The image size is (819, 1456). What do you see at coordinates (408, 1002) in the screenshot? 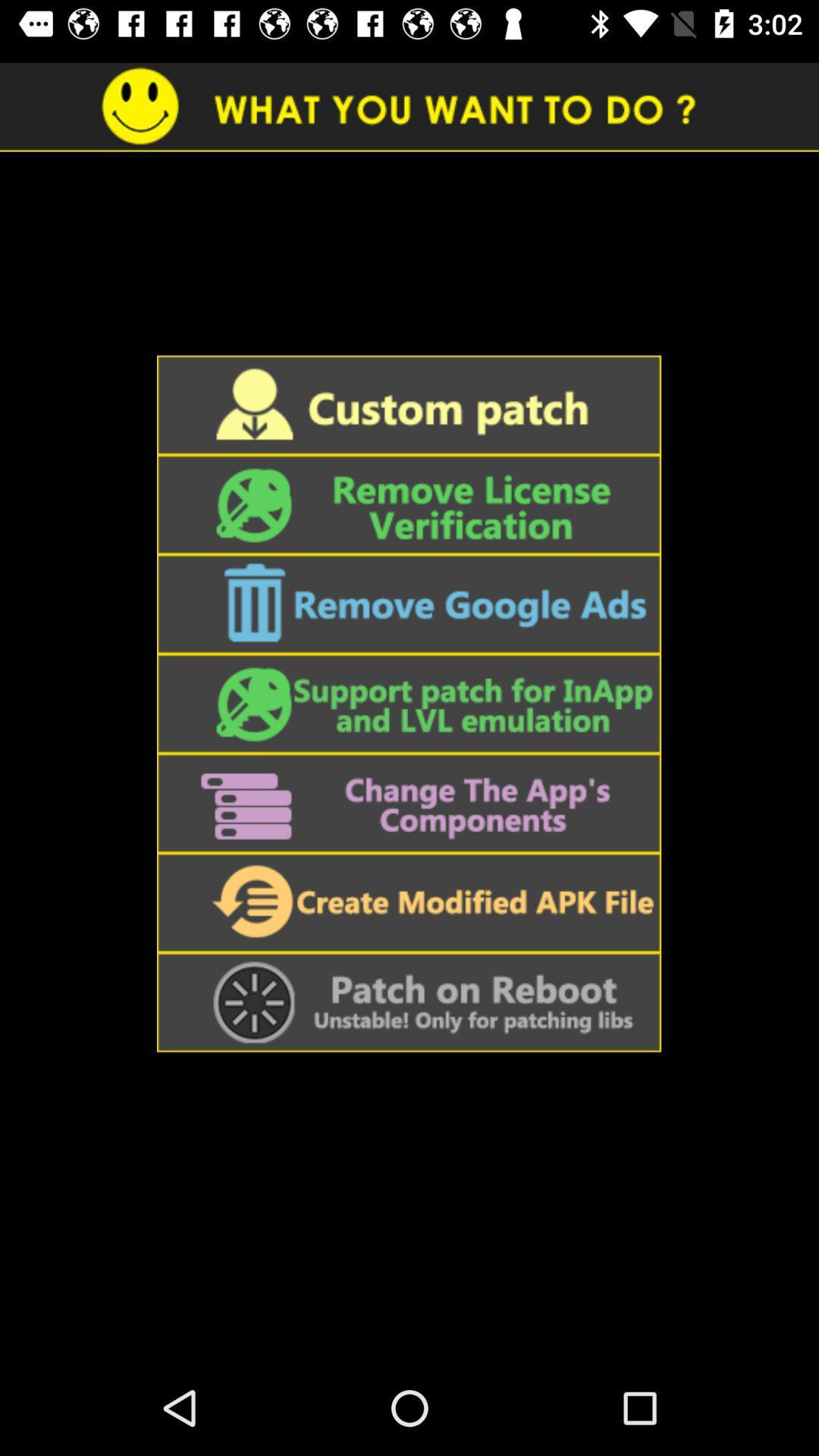
I see `menu option` at bounding box center [408, 1002].